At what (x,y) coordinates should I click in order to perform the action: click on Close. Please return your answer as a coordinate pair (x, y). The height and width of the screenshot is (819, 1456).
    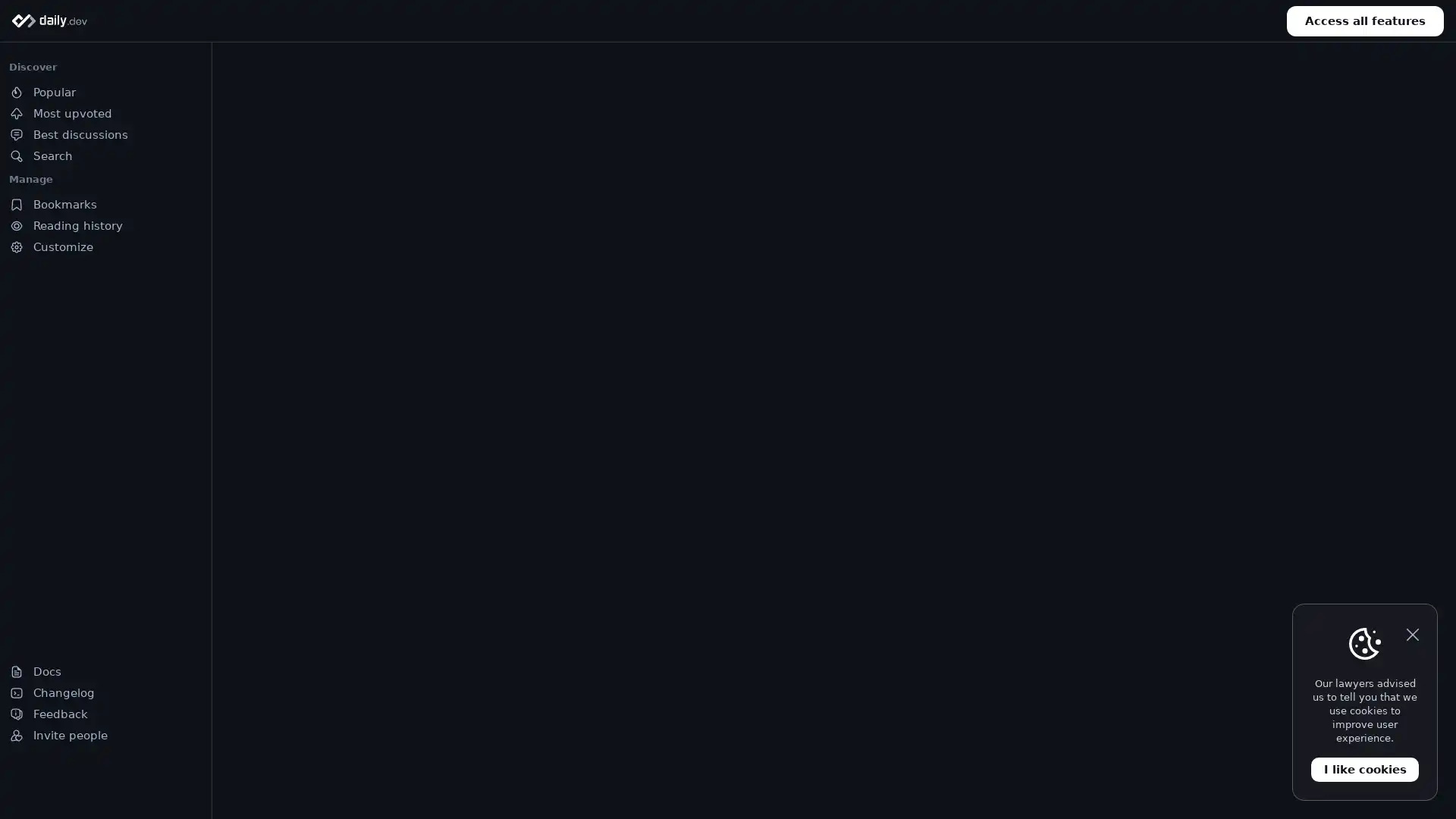
    Looking at the image, I should click on (1411, 635).